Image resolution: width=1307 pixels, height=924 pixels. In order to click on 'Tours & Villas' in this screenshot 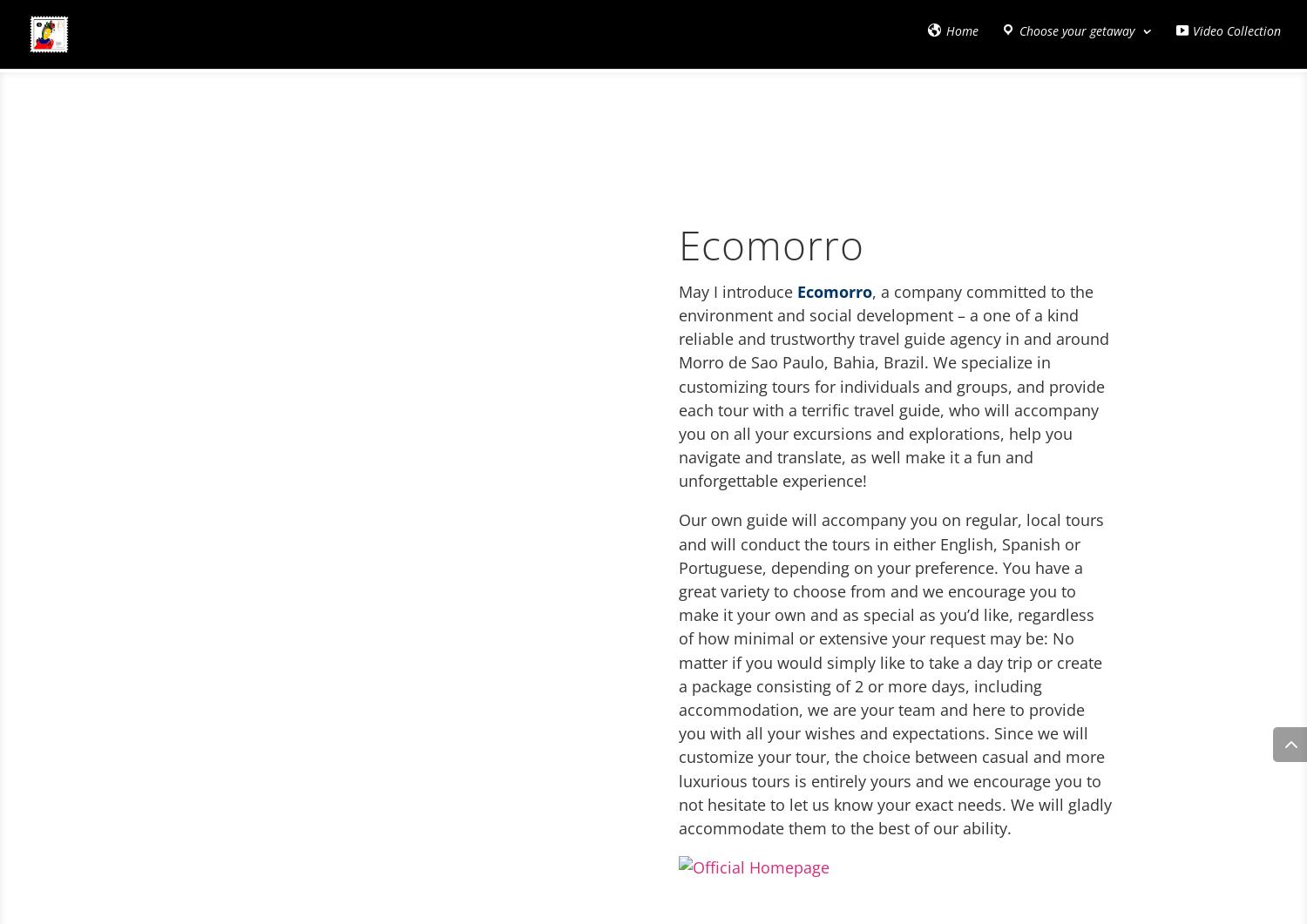, I will do `click(118, 113)`.